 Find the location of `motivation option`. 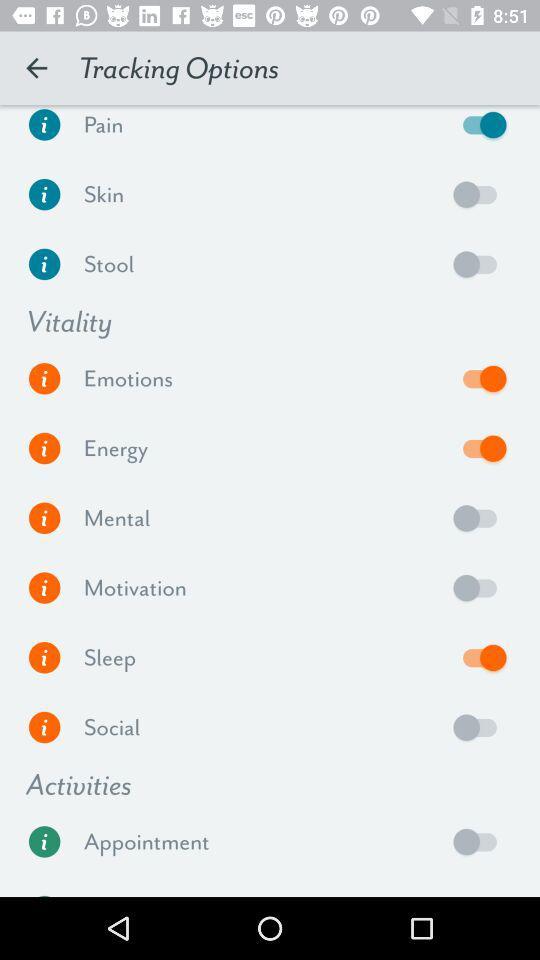

motivation option is located at coordinates (479, 588).